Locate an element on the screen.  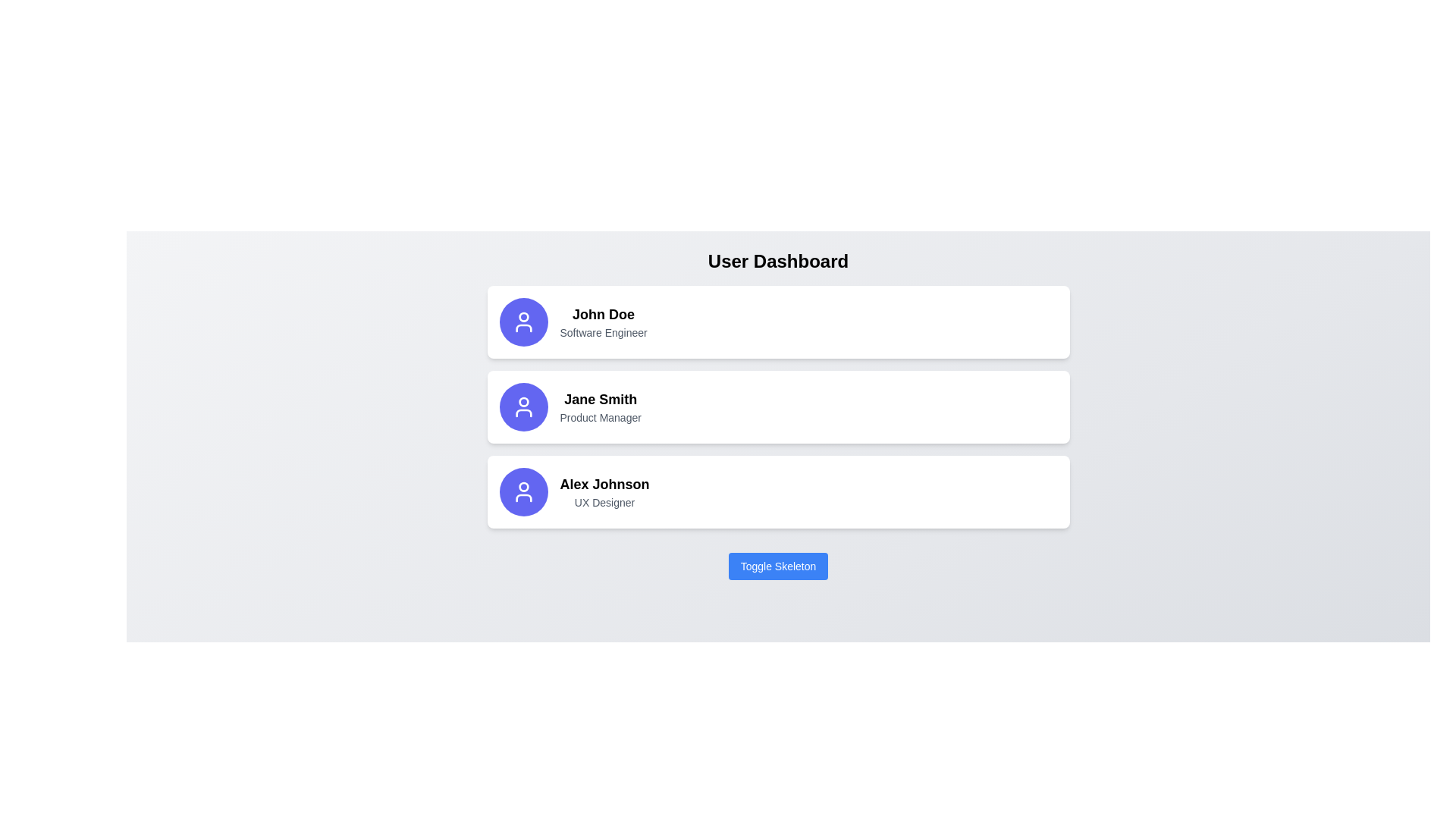
circular user avatar icon with a purple background and white outline representing Jane Smith, located in the middle card of the vertically stacked user profiles is located at coordinates (523, 406).